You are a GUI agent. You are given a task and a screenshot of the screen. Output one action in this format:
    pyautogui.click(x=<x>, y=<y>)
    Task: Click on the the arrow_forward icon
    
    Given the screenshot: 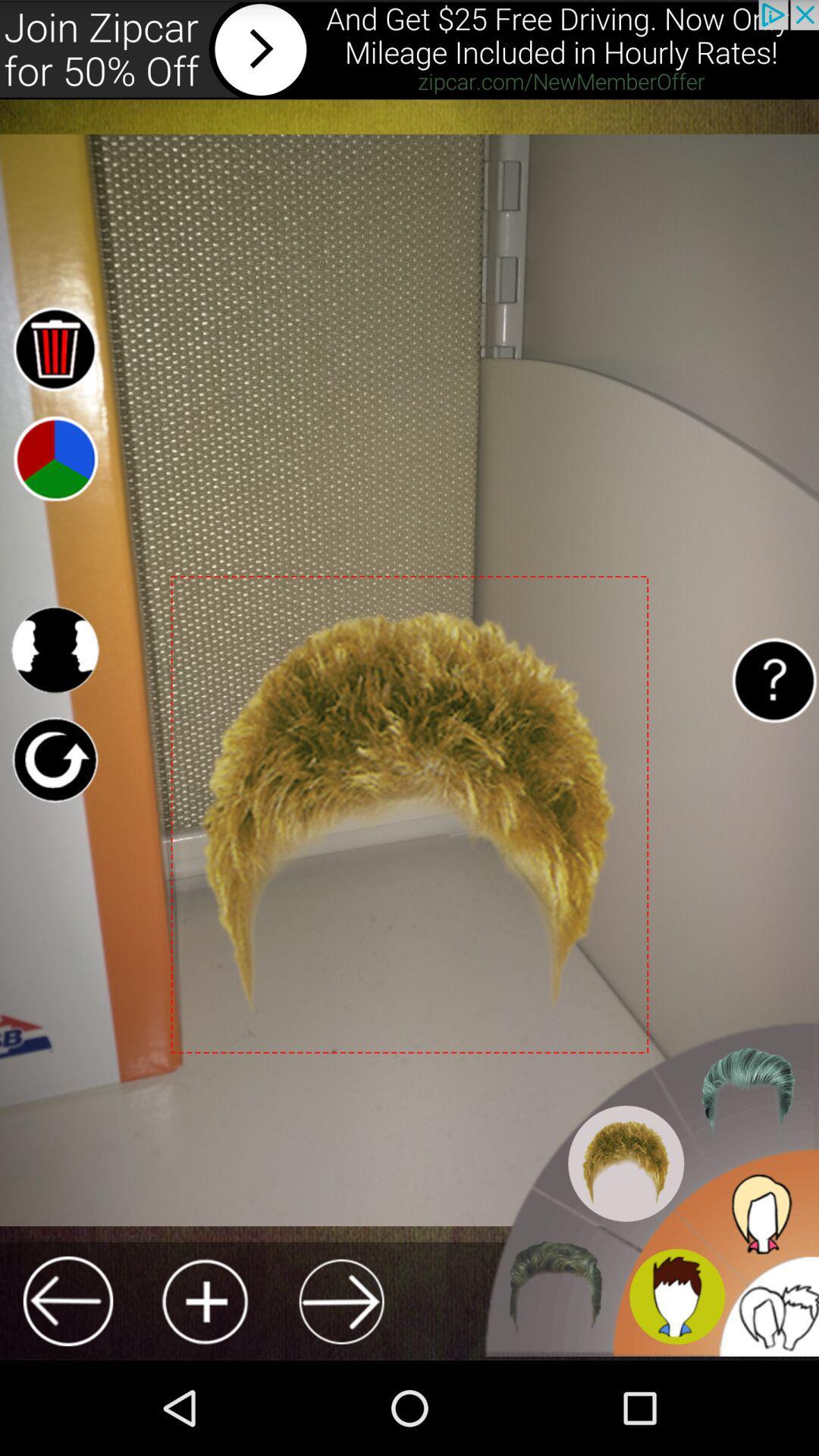 What is the action you would take?
    pyautogui.click(x=341, y=1392)
    